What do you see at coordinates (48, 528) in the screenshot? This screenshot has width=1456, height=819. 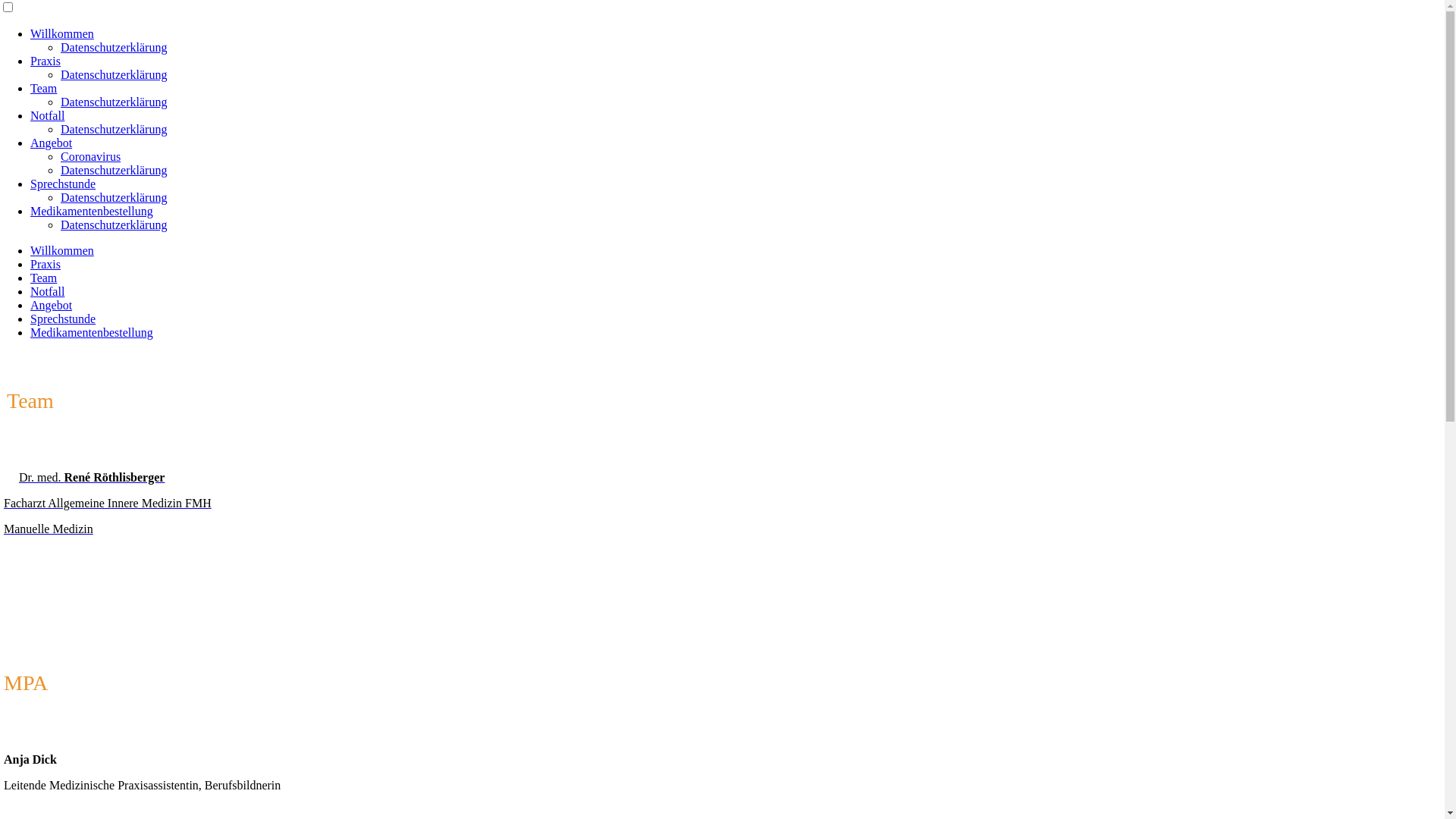 I see `'Manuelle Medizin'` at bounding box center [48, 528].